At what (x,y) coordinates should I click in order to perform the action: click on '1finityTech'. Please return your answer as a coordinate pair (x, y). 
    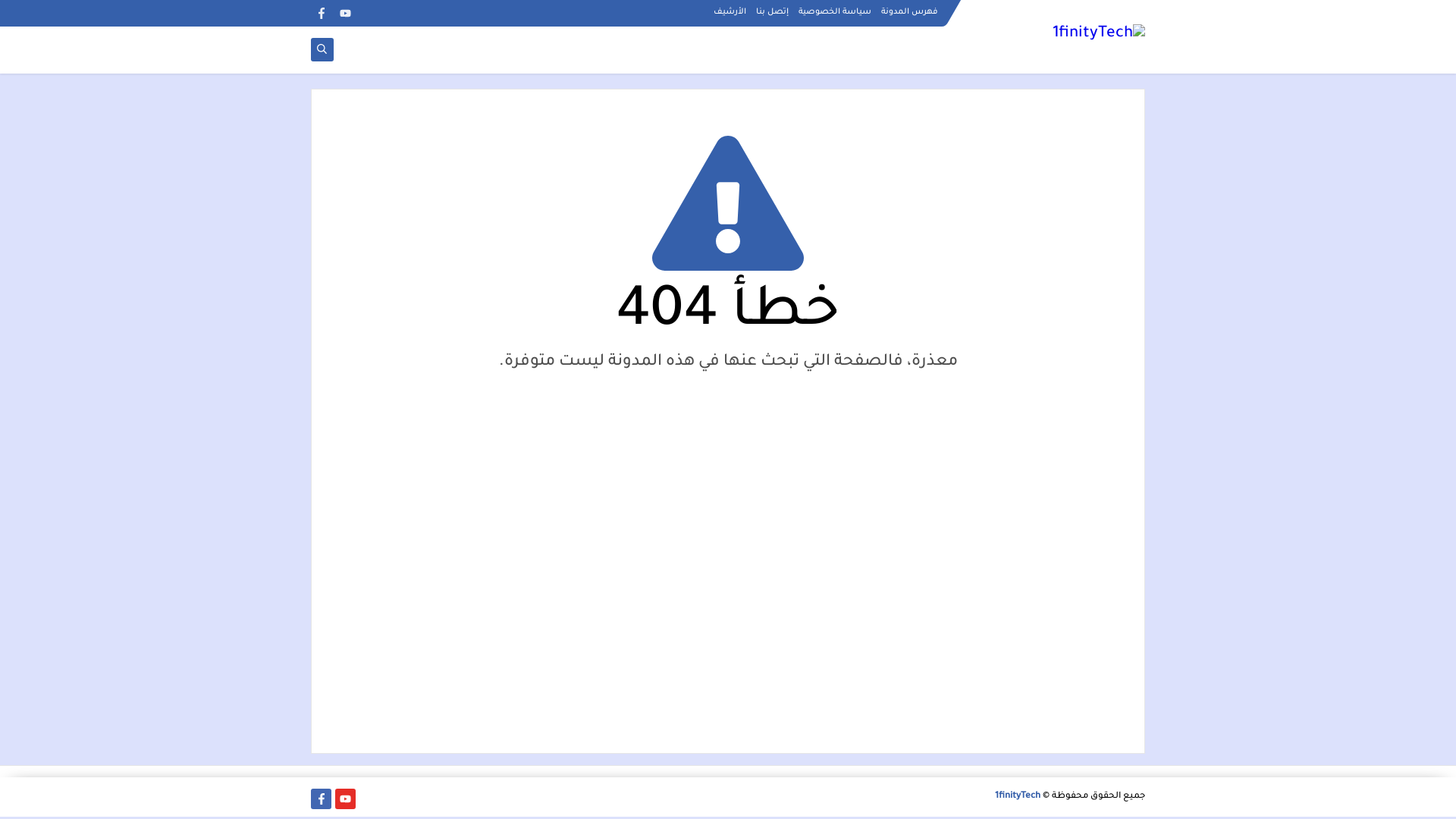
    Looking at the image, I should click on (1018, 795).